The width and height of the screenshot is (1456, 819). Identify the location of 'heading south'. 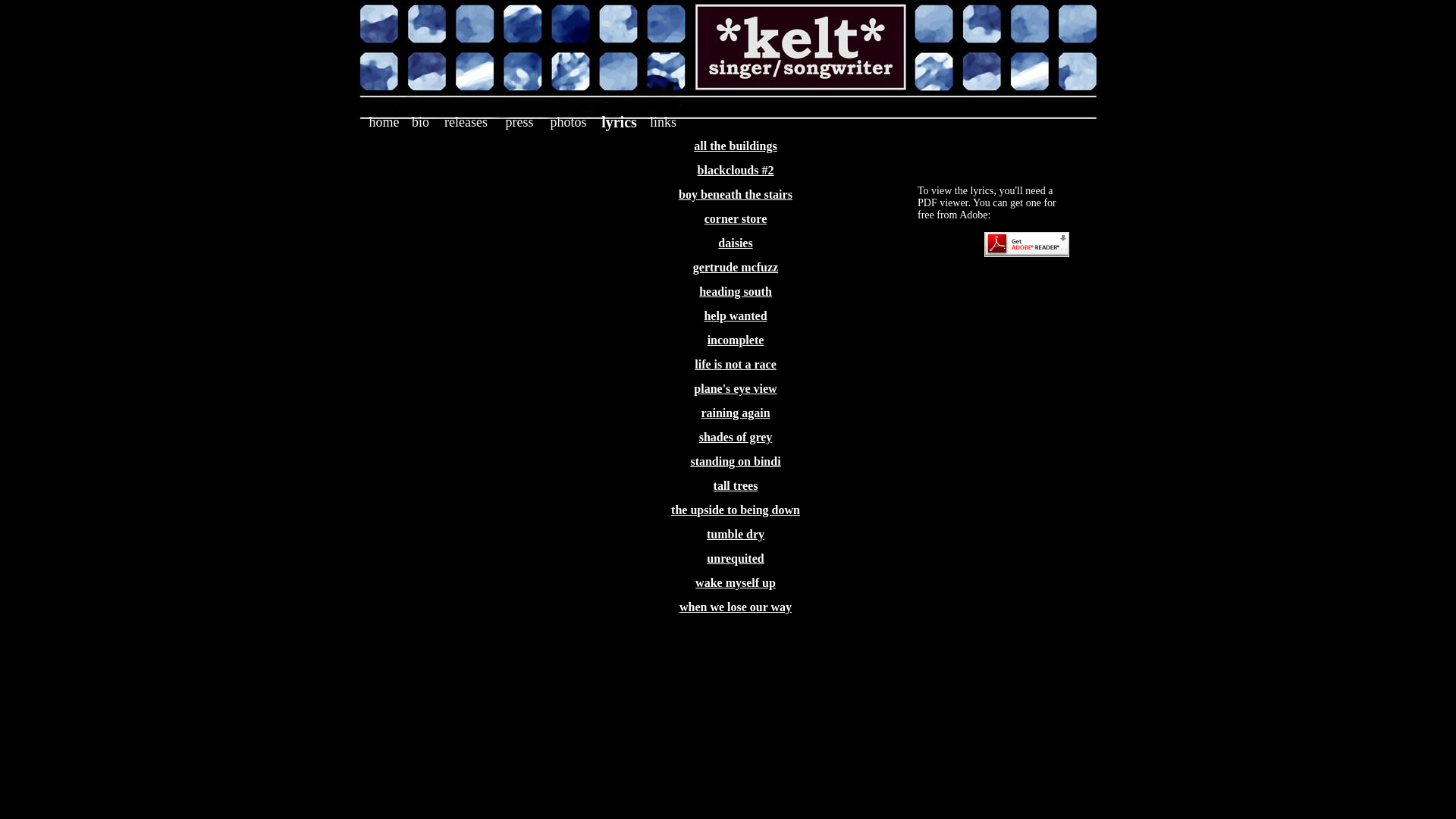
(735, 291).